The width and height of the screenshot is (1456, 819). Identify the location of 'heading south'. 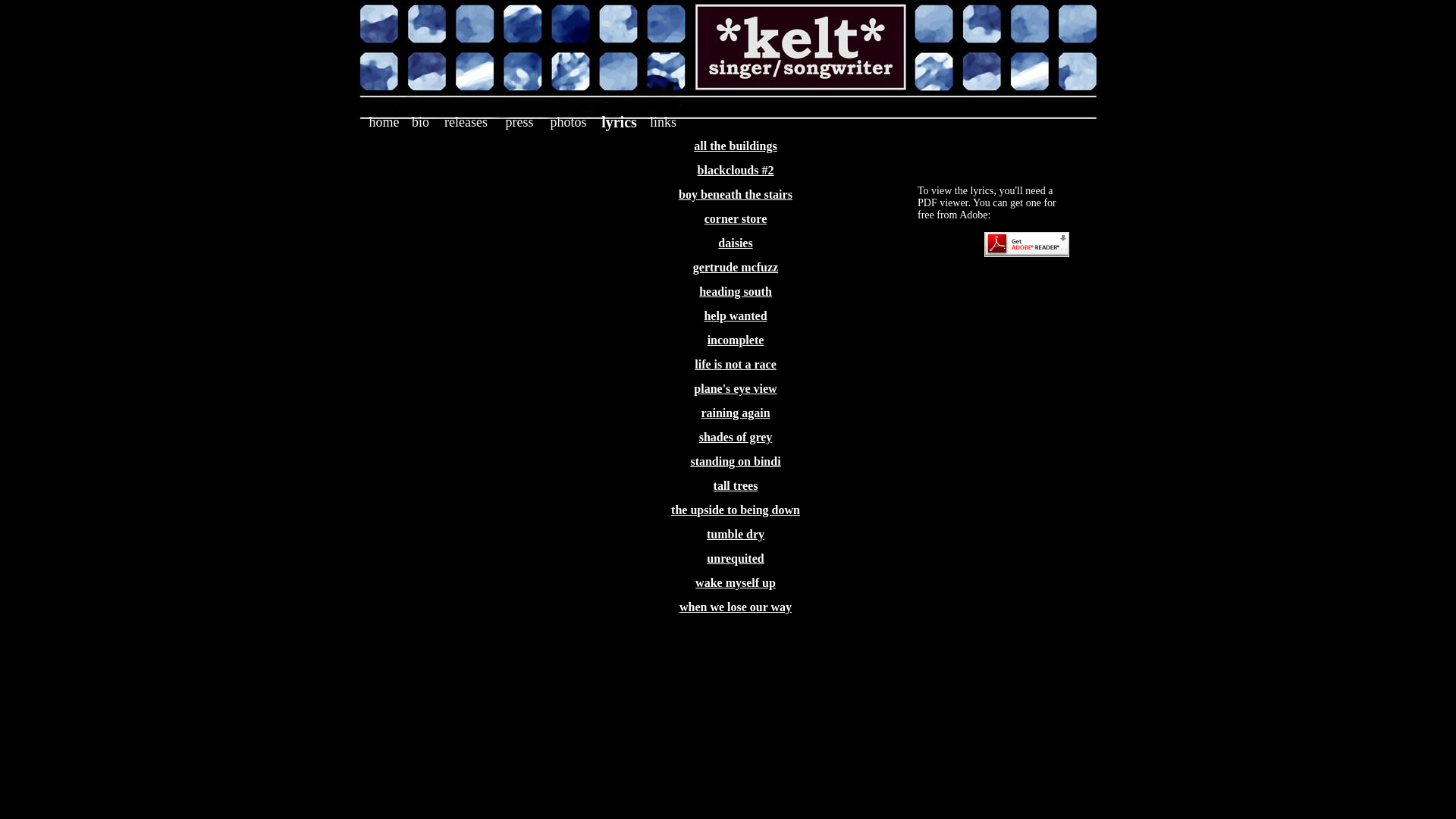
(735, 291).